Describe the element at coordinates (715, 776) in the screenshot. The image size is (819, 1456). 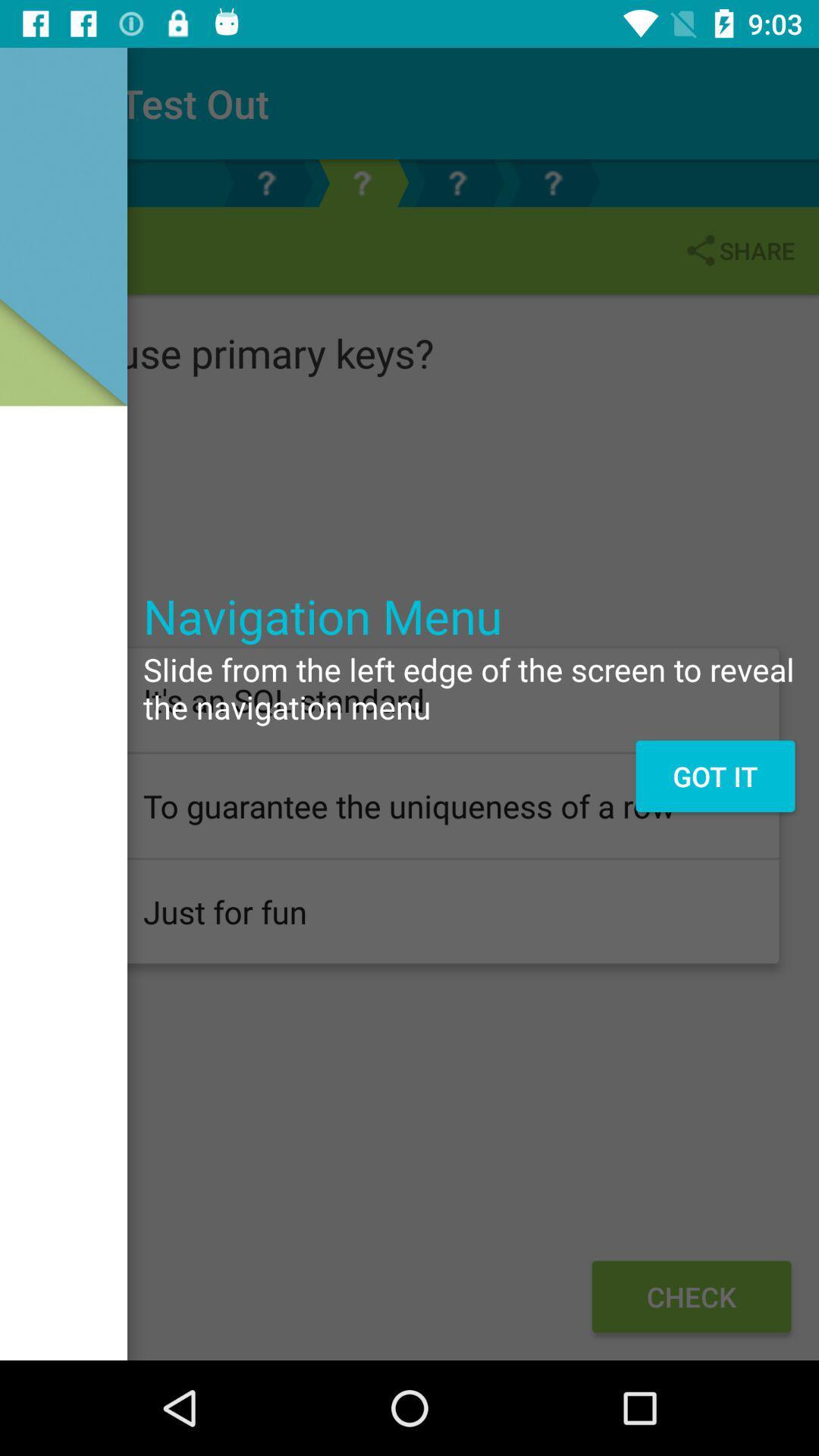
I see `the item on the right` at that location.